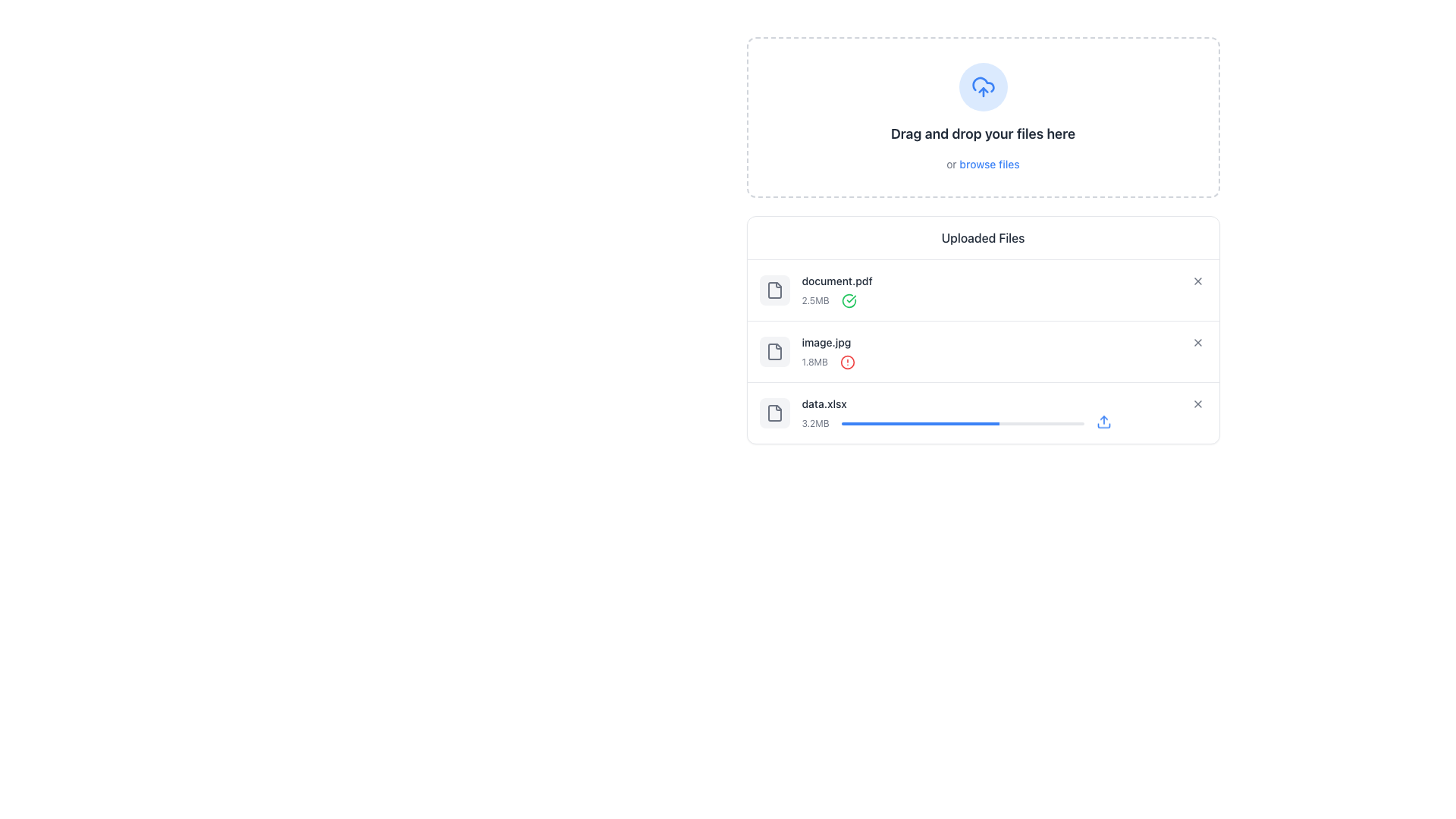 The width and height of the screenshot is (1456, 819). What do you see at coordinates (1197, 281) in the screenshot?
I see `the 'X' icon button, which is a gray 'X' used for deleting, located at the right edge of the 'document.pdf' entry row` at bounding box center [1197, 281].